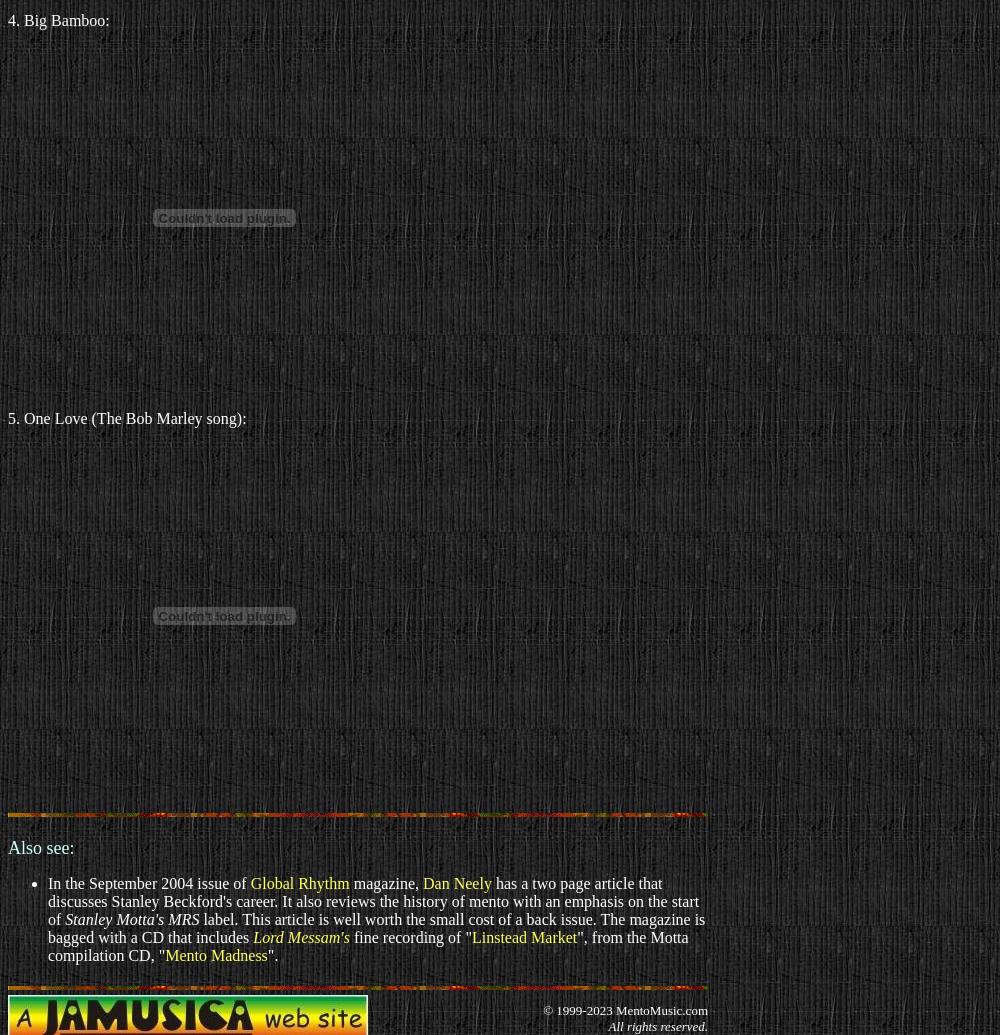 The width and height of the screenshot is (1000, 1035). I want to click on 'Lord Messam's', so click(301, 936).